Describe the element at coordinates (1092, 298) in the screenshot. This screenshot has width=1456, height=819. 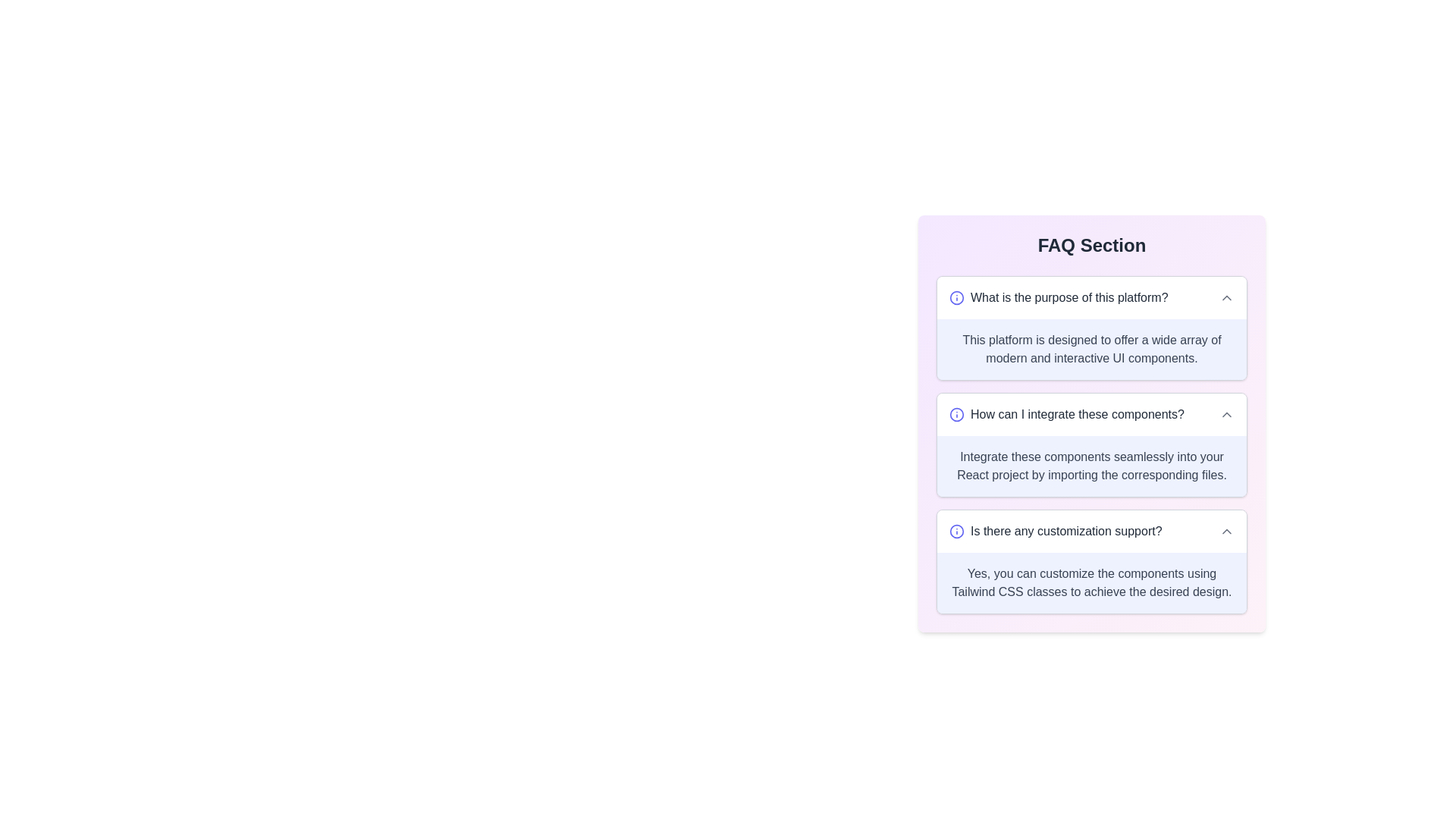
I see `the Collapsible Section Header containing the question 'What is the purpose of this platform?'` at that location.